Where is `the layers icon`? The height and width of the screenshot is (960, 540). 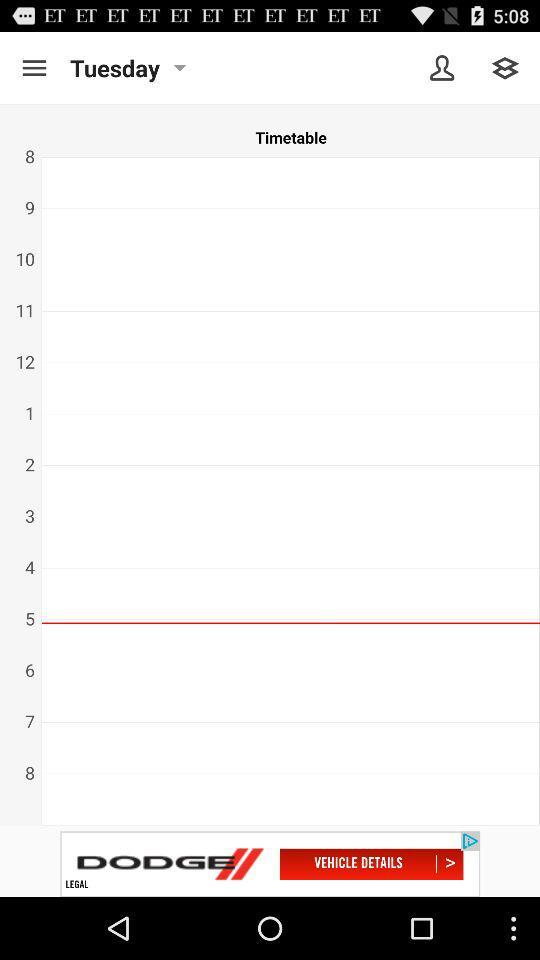 the layers icon is located at coordinates (504, 73).